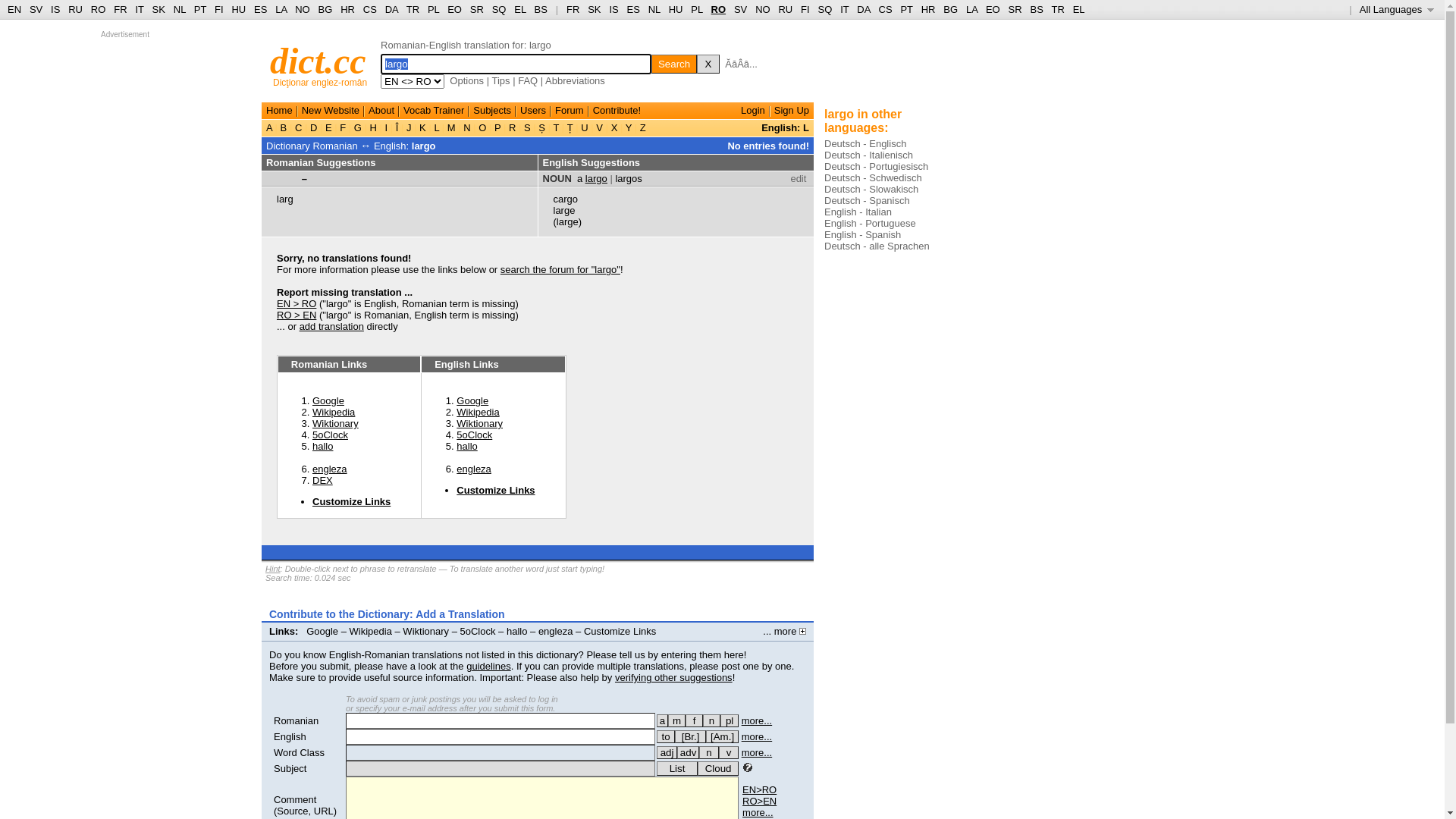  Describe the element at coordinates (552, 210) in the screenshot. I see `'large'` at that location.